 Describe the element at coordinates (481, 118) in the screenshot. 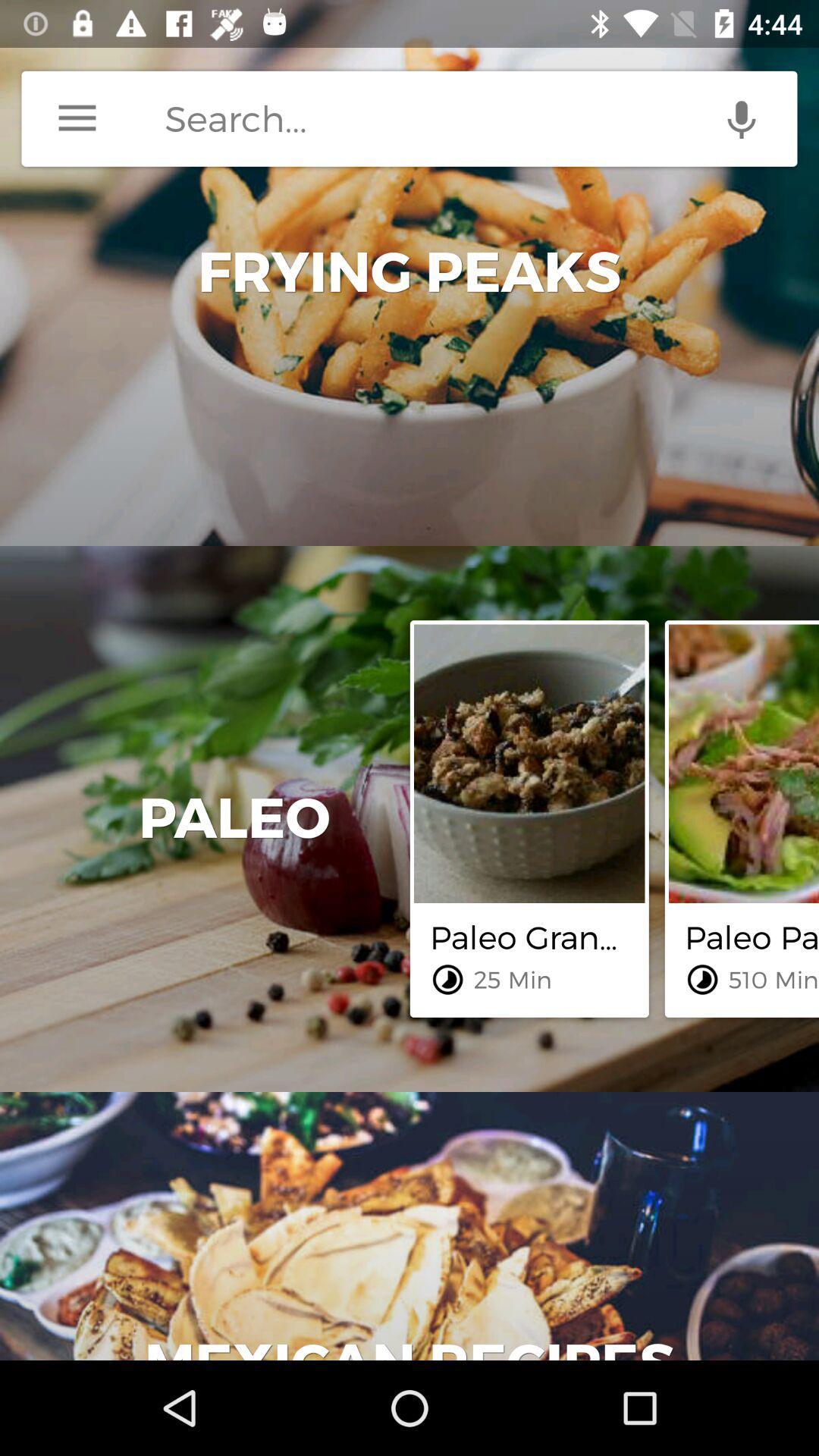

I see `search space` at that location.